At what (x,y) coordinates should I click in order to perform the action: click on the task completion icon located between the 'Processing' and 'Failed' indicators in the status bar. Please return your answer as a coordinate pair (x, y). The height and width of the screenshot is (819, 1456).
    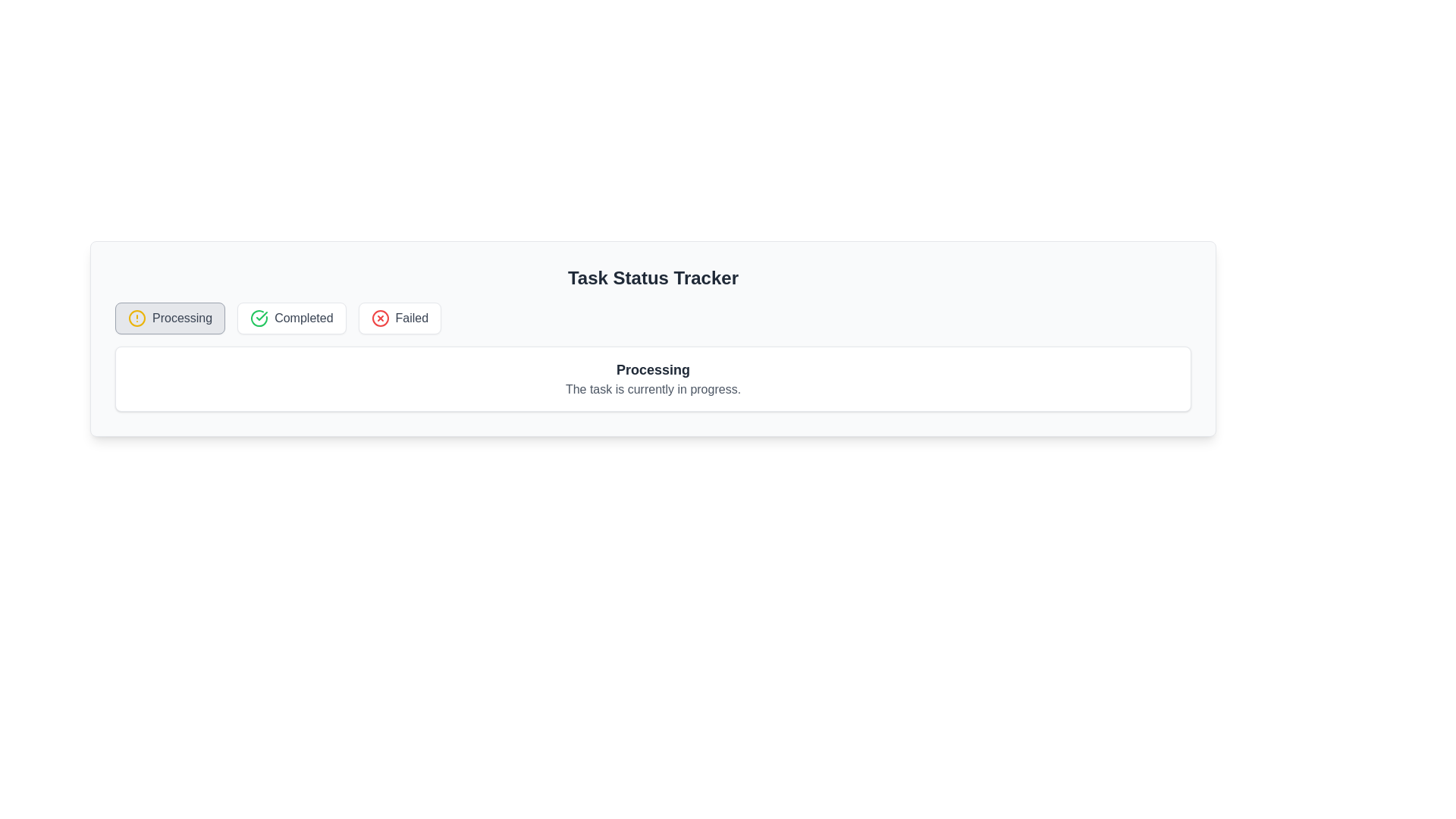
    Looking at the image, I should click on (259, 318).